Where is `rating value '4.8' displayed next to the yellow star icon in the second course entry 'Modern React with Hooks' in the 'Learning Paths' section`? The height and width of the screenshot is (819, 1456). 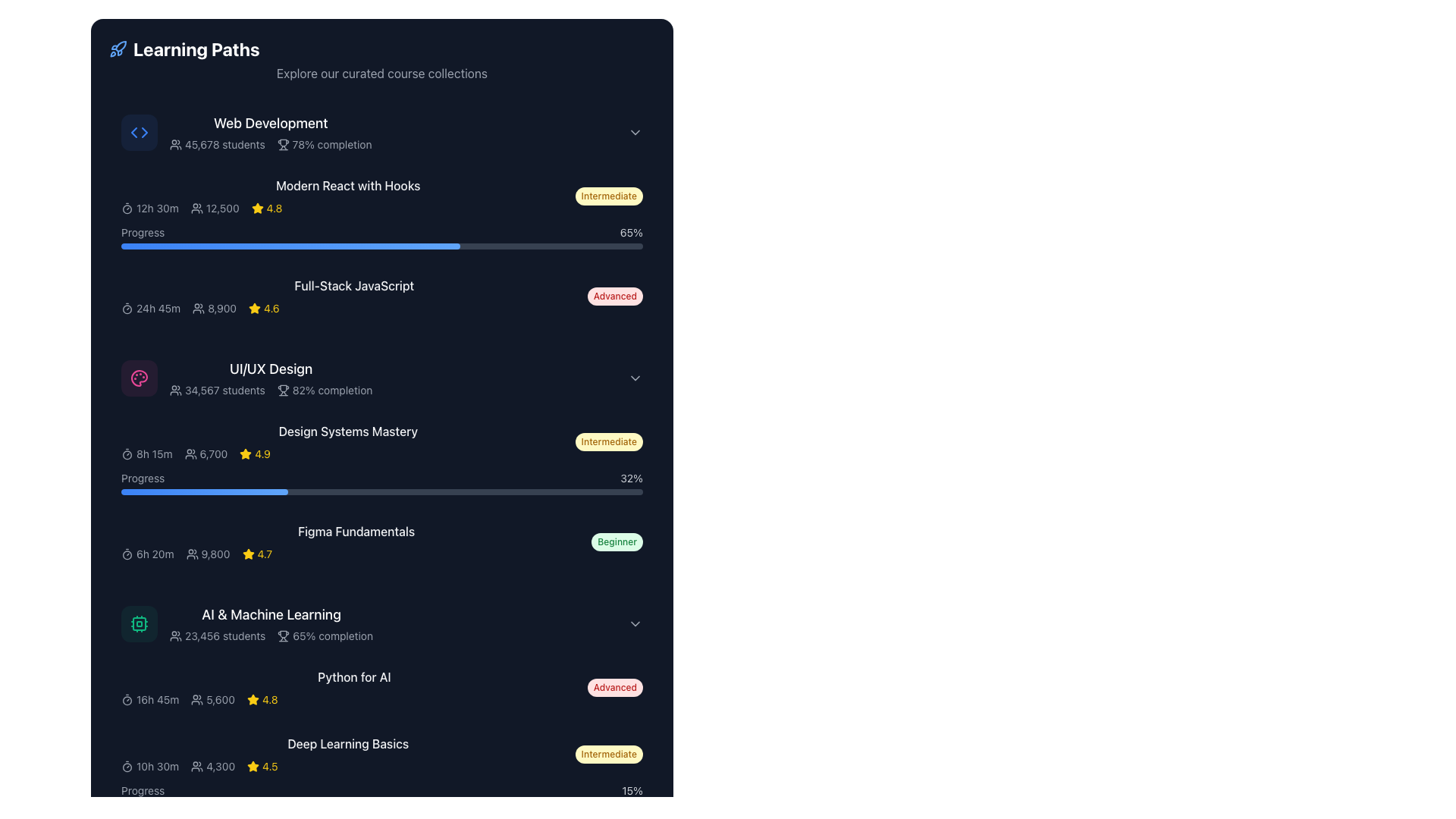
rating value '4.8' displayed next to the yellow star icon in the second course entry 'Modern React with Hooks' in the 'Learning Paths' section is located at coordinates (267, 208).